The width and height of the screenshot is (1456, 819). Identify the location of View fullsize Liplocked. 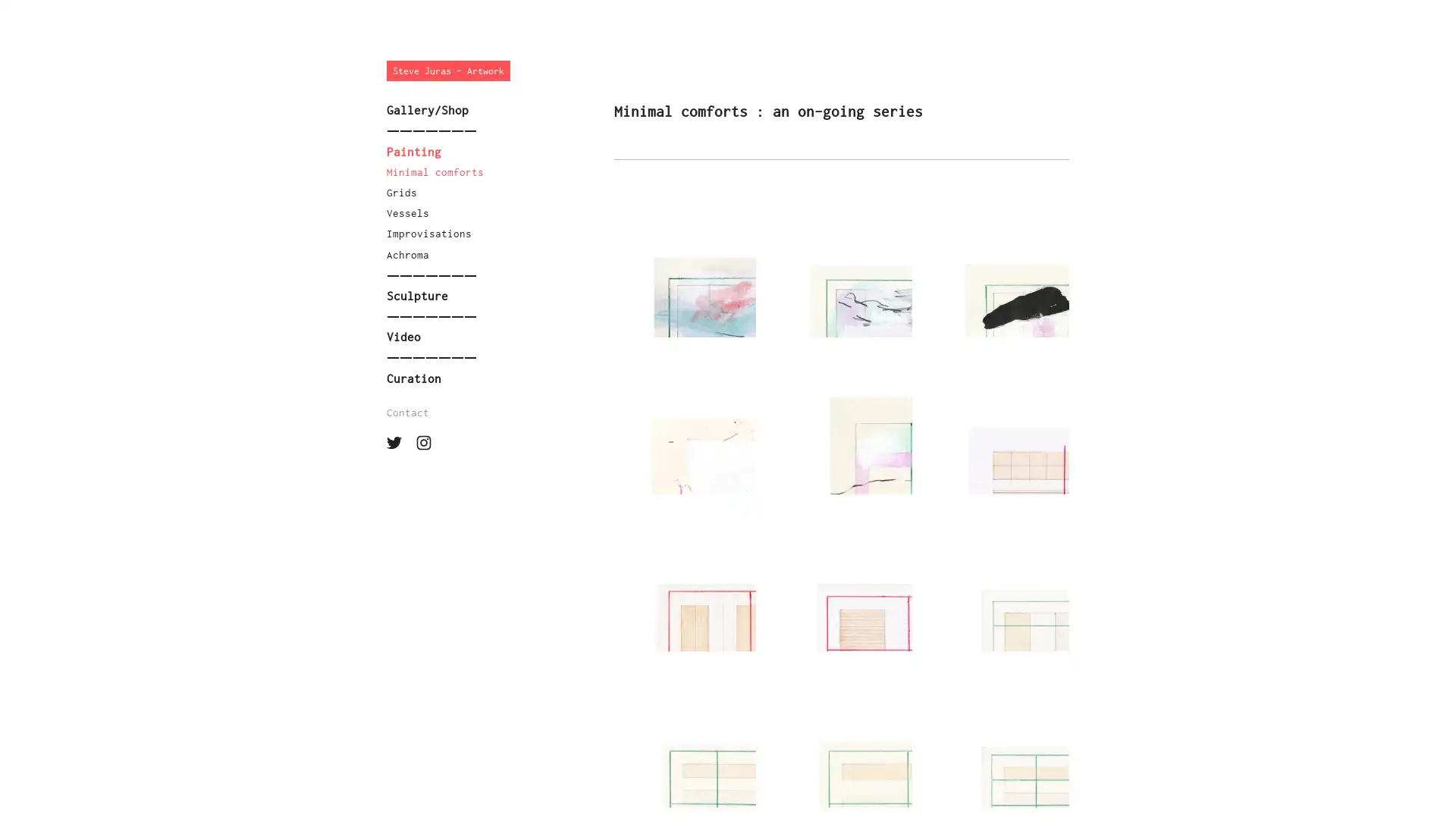
(683, 579).